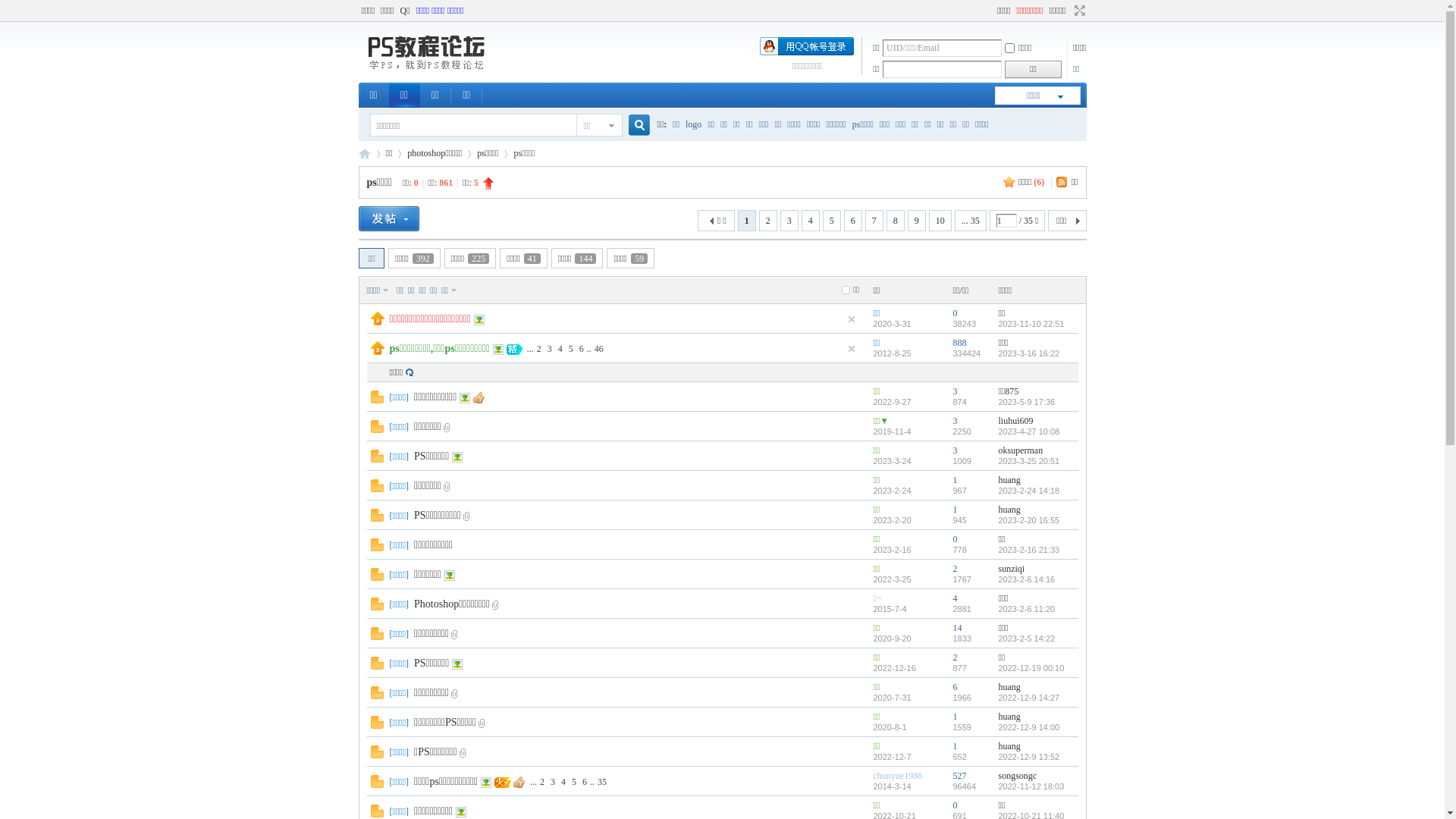  Describe the element at coordinates (810, 220) in the screenshot. I see `'4'` at that location.